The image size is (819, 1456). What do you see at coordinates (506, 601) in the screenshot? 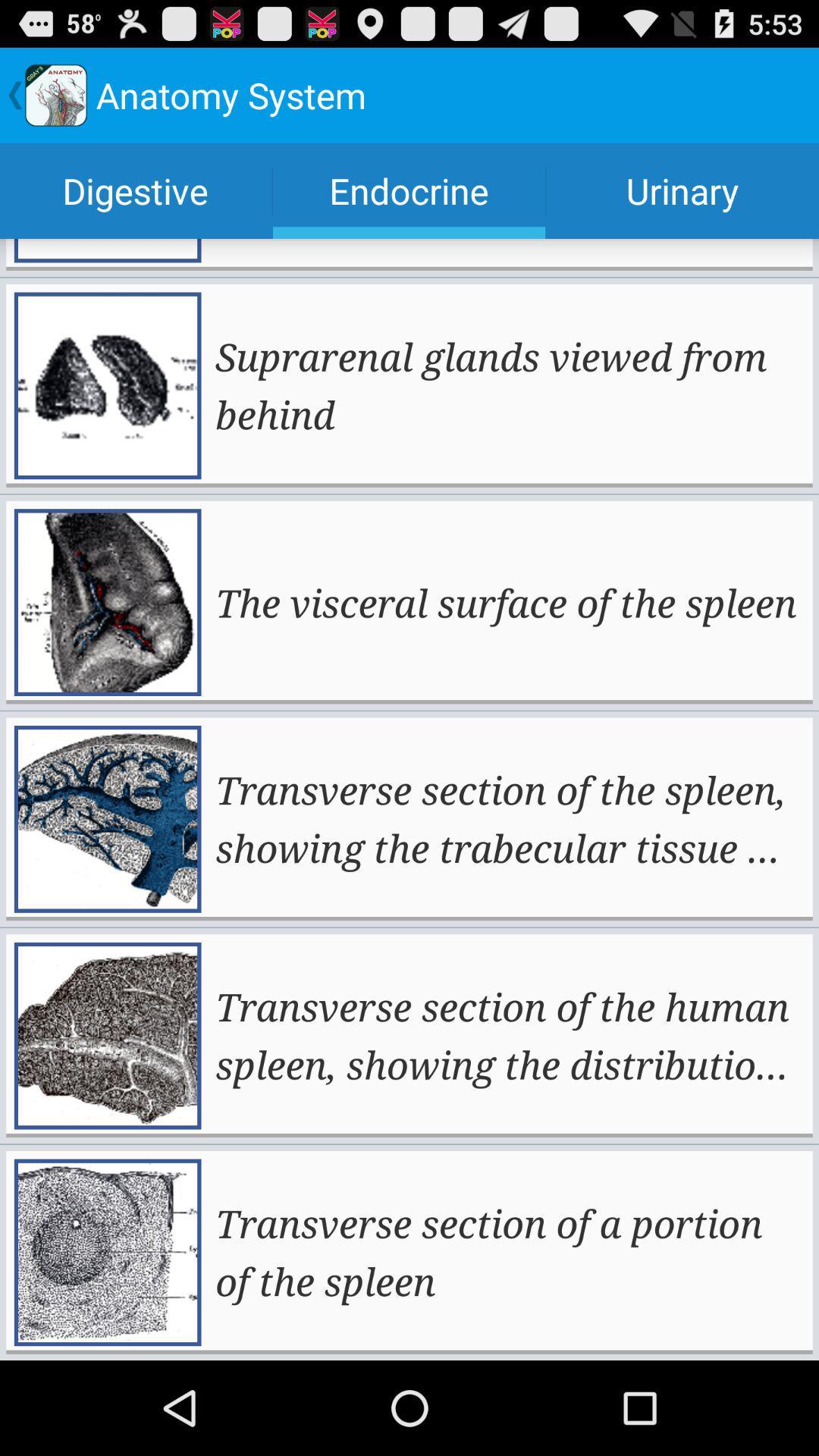
I see `the app below the suprarenal glands viewed` at bounding box center [506, 601].